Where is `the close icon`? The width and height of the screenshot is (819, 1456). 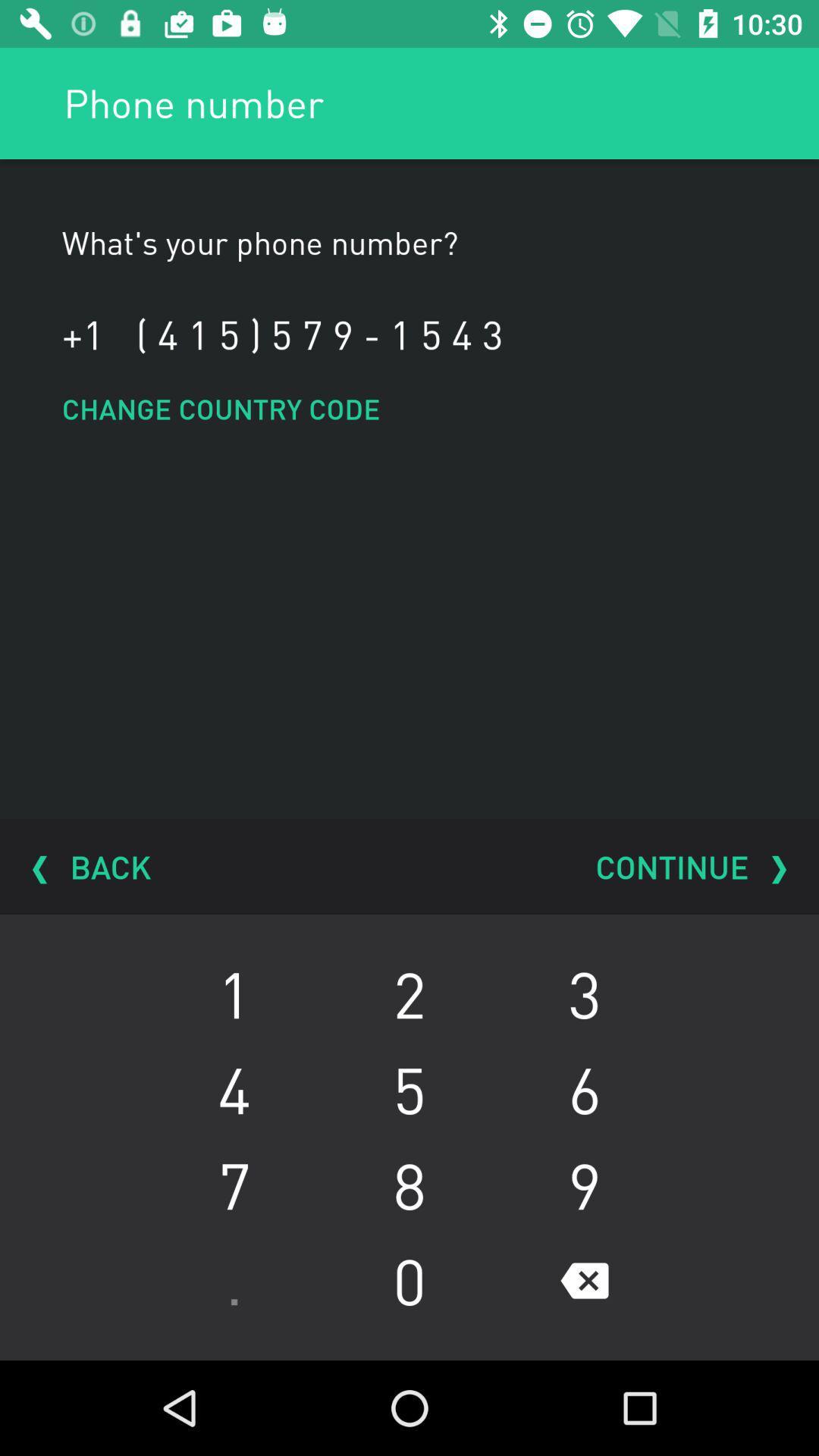 the close icon is located at coordinates (584, 1280).